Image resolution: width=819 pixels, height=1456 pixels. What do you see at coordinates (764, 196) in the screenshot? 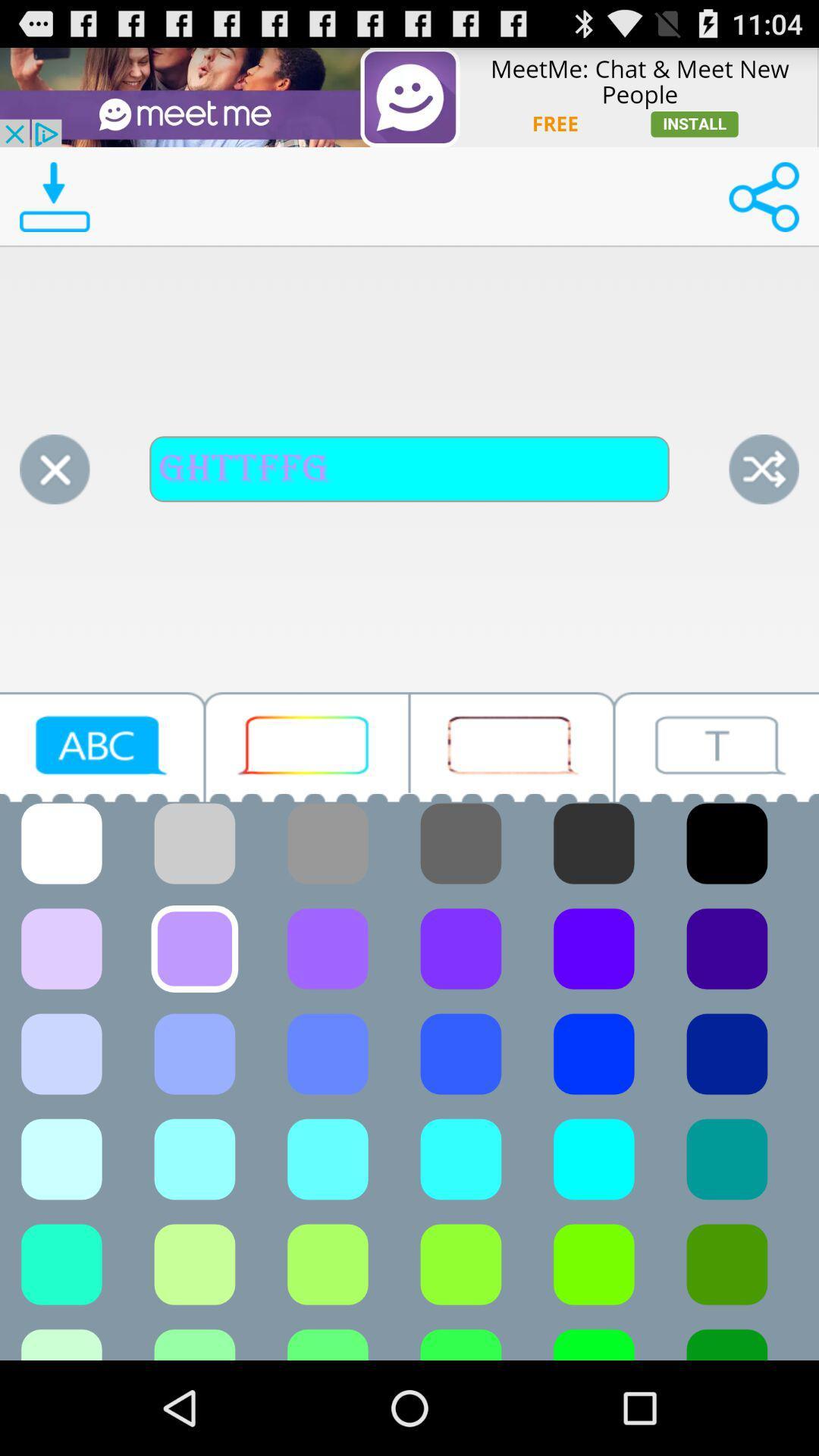
I see `share` at bounding box center [764, 196].